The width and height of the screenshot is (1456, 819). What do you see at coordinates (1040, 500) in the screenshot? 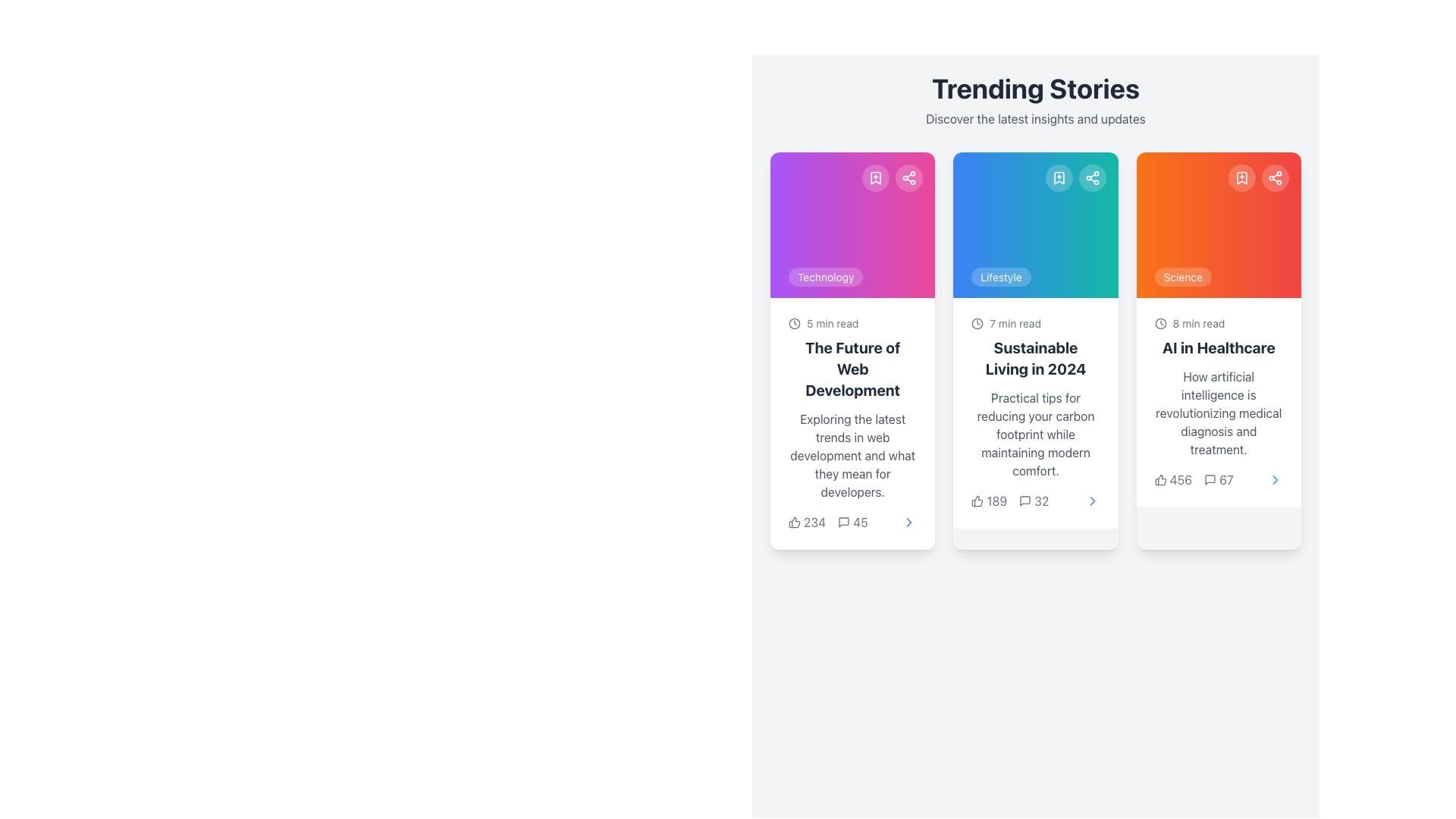
I see `the numeric text '32' which indicates the number of comments associated with the second card in the 'Trending Stories' section, located underneath the 'Sustainable Living in 2024' description` at bounding box center [1040, 500].